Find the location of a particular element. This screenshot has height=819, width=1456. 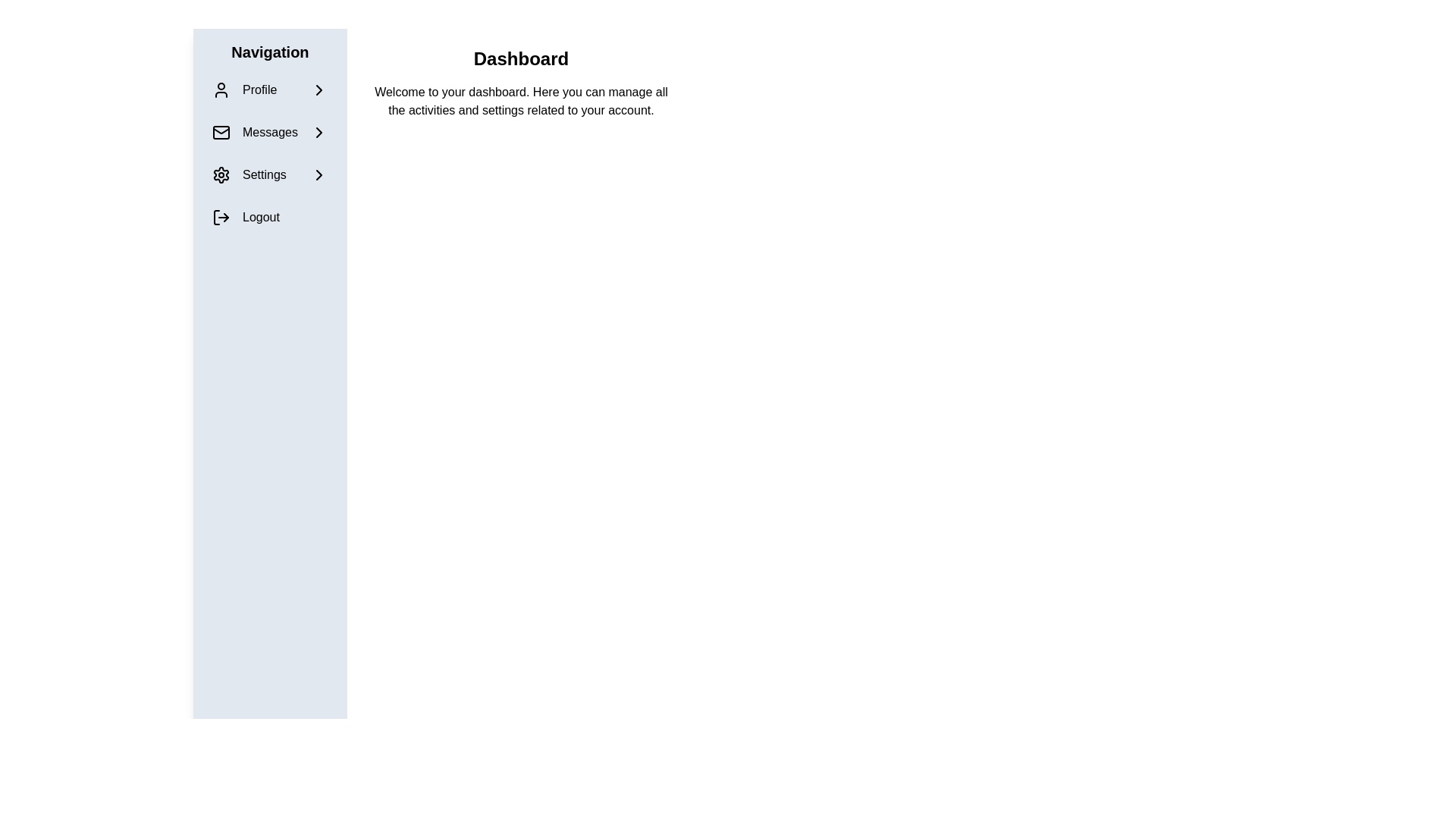

the small black rightward arrow marker (chevron) located to the right of the 'Messages' text in the left-hand navigation bar is located at coordinates (318, 131).